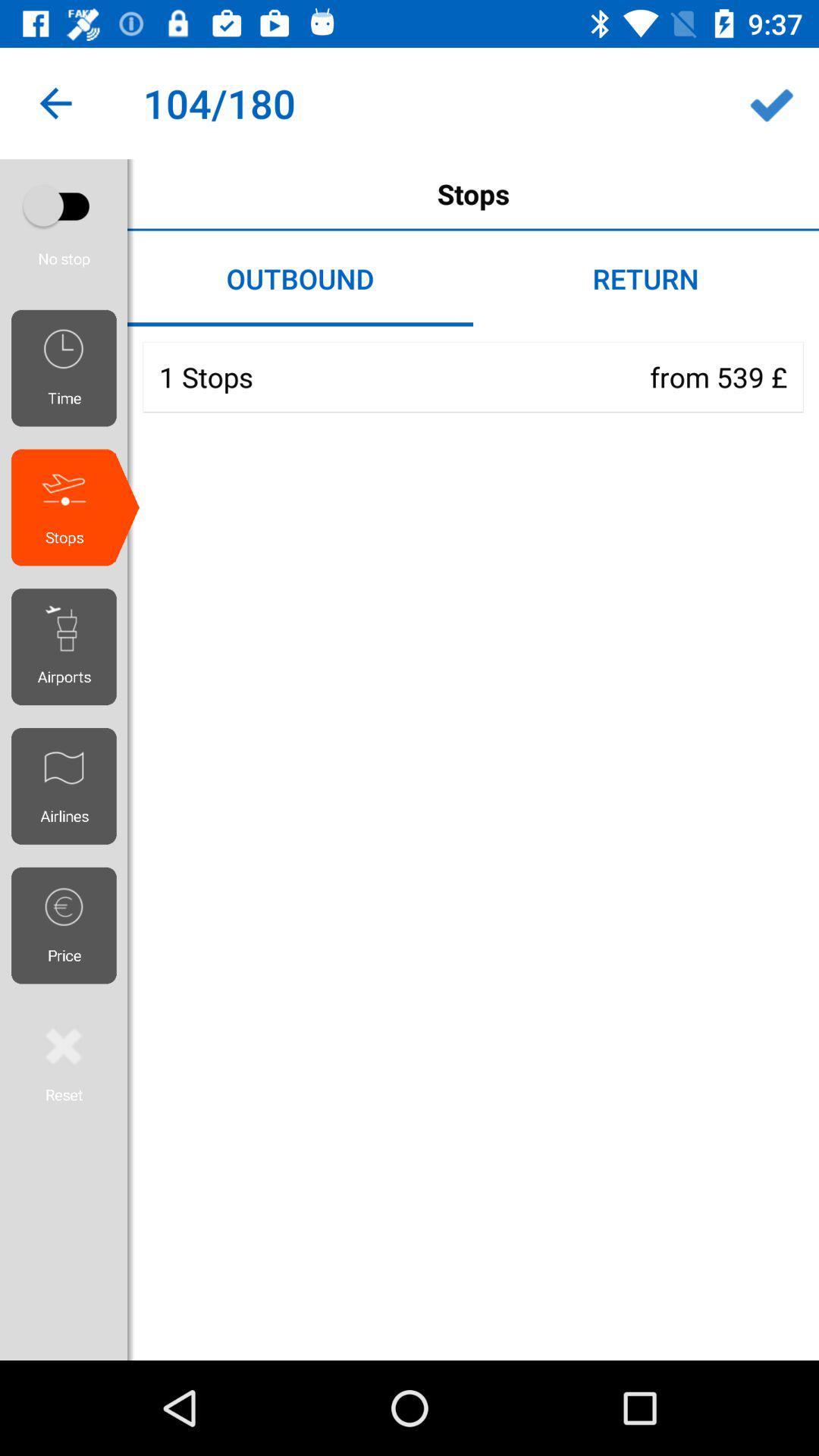  Describe the element at coordinates (69, 786) in the screenshot. I see `the airlines icon` at that location.